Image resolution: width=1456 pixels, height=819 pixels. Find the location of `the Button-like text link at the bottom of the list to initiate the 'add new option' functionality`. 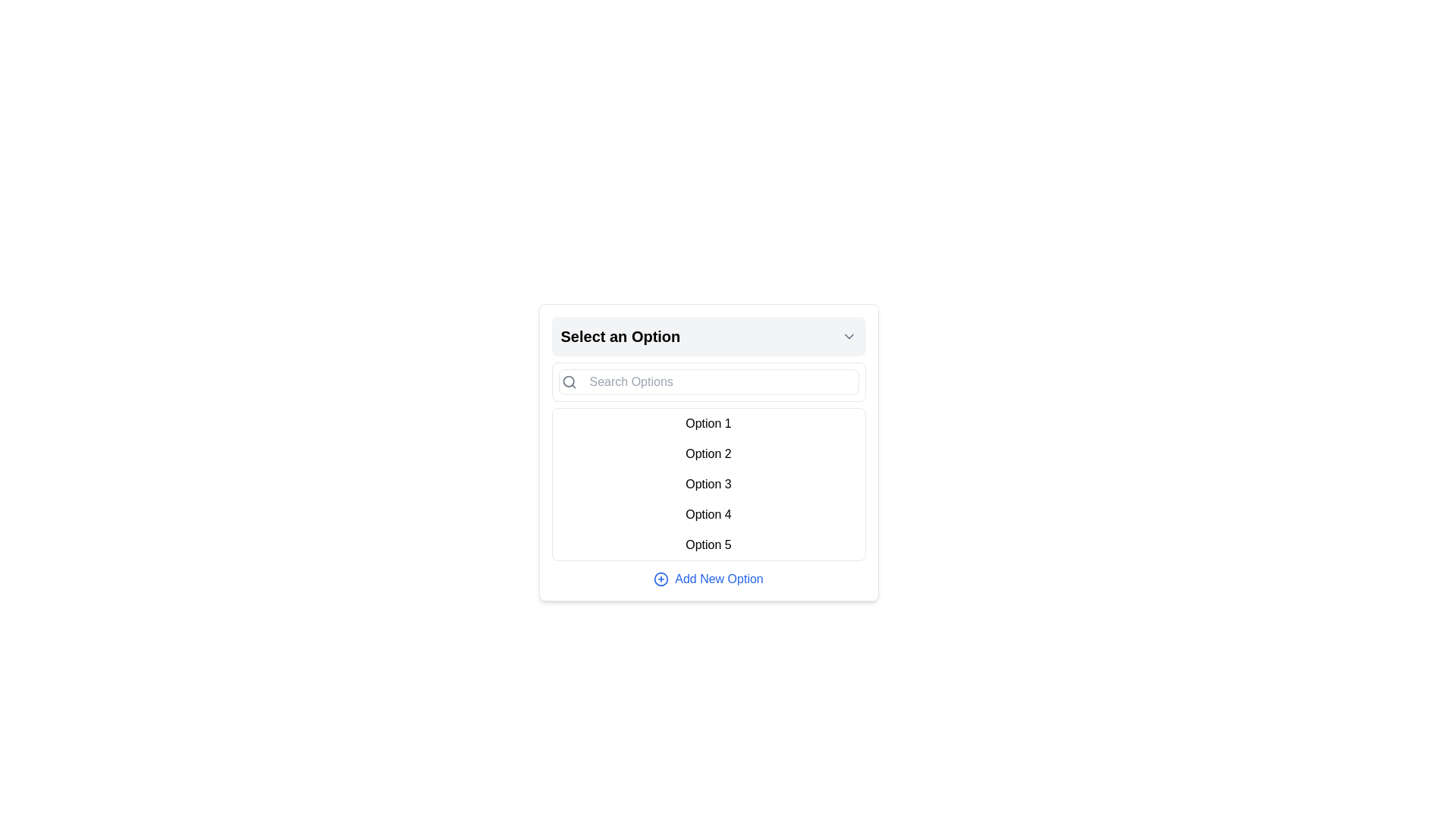

the Button-like text link at the bottom of the list to initiate the 'add new option' functionality is located at coordinates (718, 579).